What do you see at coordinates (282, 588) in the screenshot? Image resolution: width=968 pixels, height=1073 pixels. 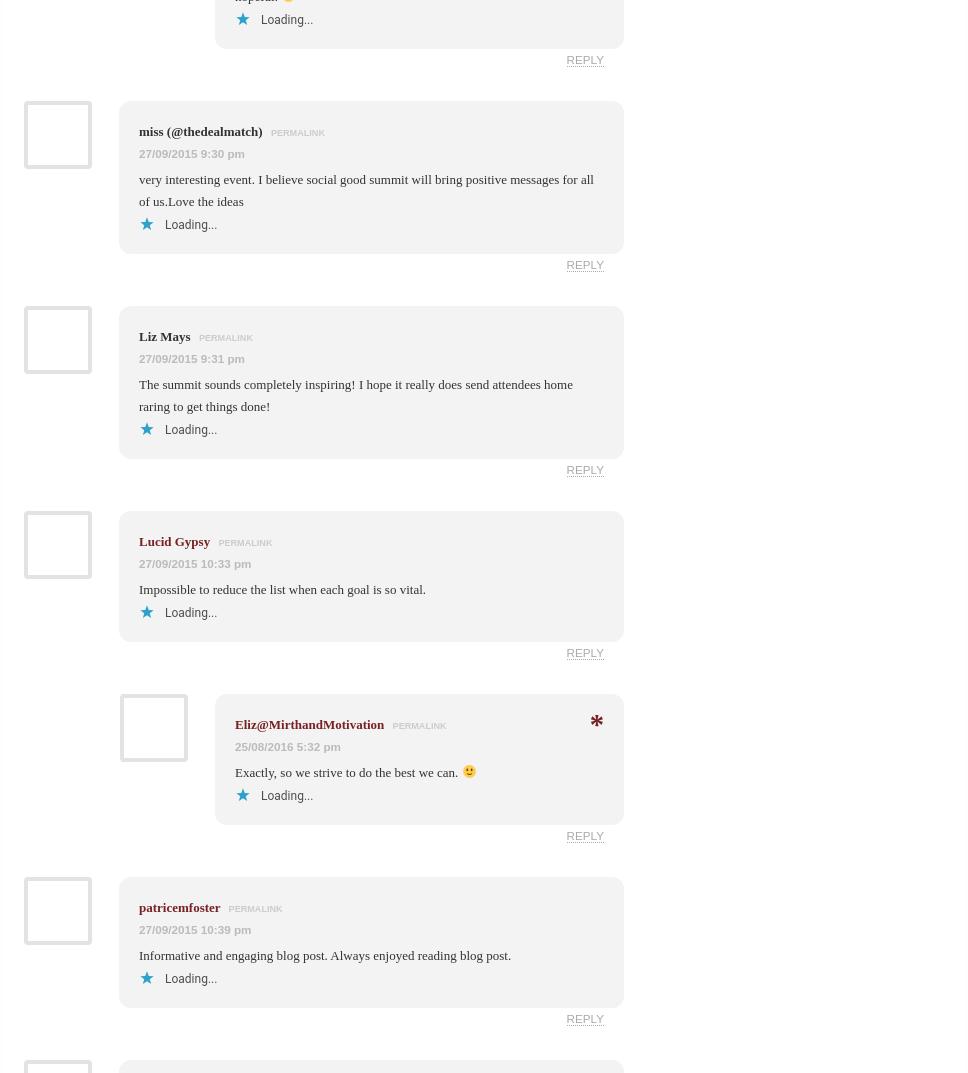 I see `'Impossible to reduce the list when each goal is so vital.'` at bounding box center [282, 588].